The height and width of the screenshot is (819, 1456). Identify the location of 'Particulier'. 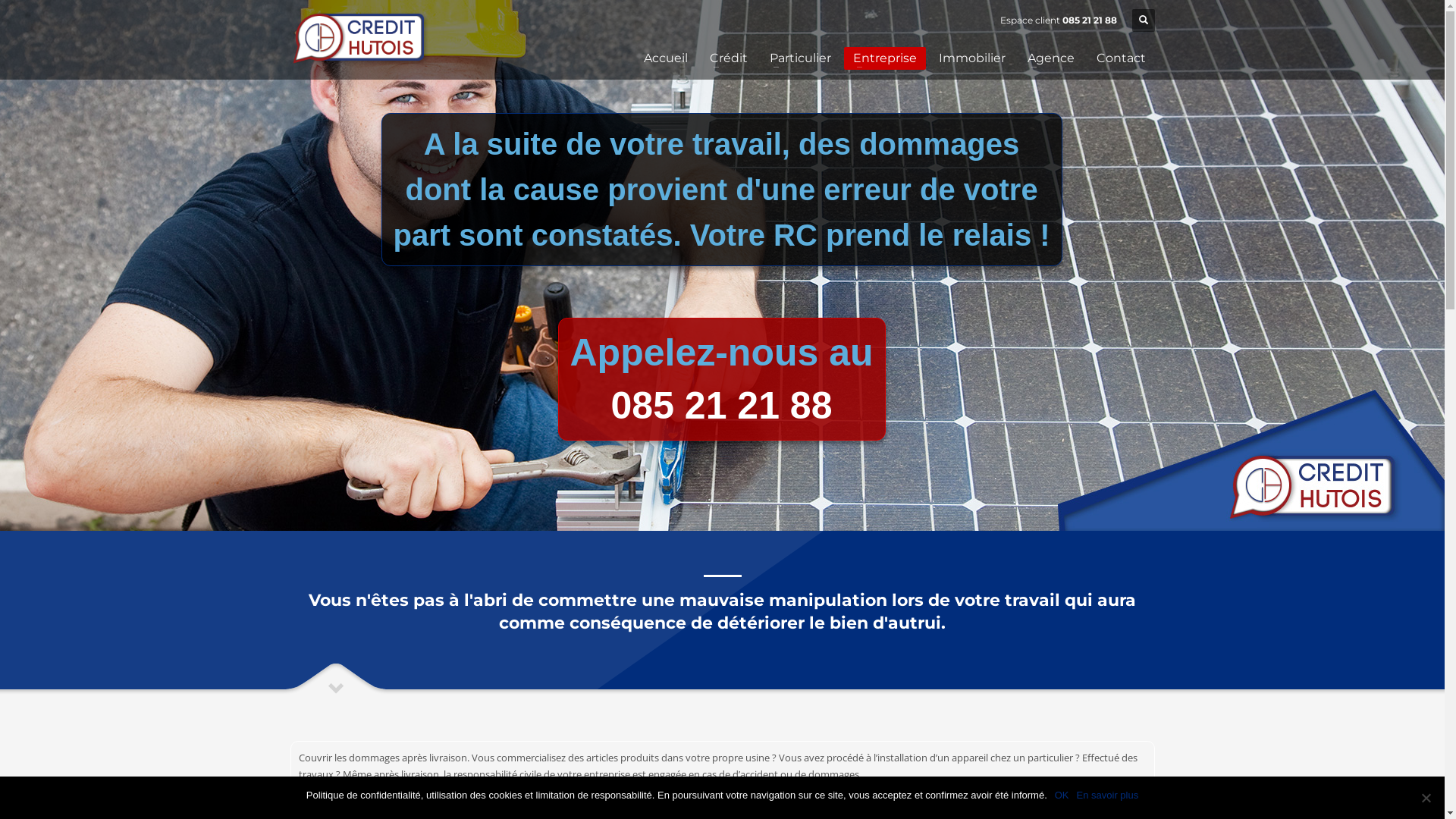
(799, 58).